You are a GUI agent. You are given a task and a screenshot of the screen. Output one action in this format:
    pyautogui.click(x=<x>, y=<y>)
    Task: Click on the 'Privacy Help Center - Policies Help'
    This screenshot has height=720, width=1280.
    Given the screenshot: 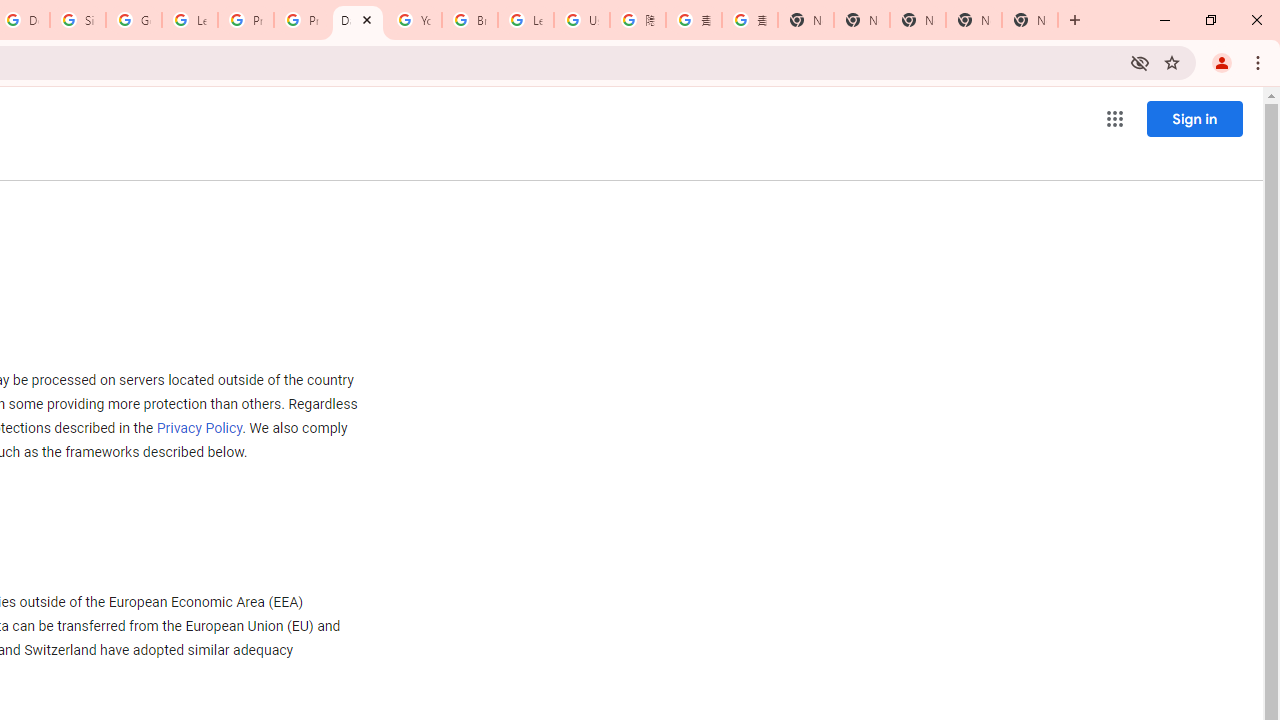 What is the action you would take?
    pyautogui.click(x=244, y=20)
    